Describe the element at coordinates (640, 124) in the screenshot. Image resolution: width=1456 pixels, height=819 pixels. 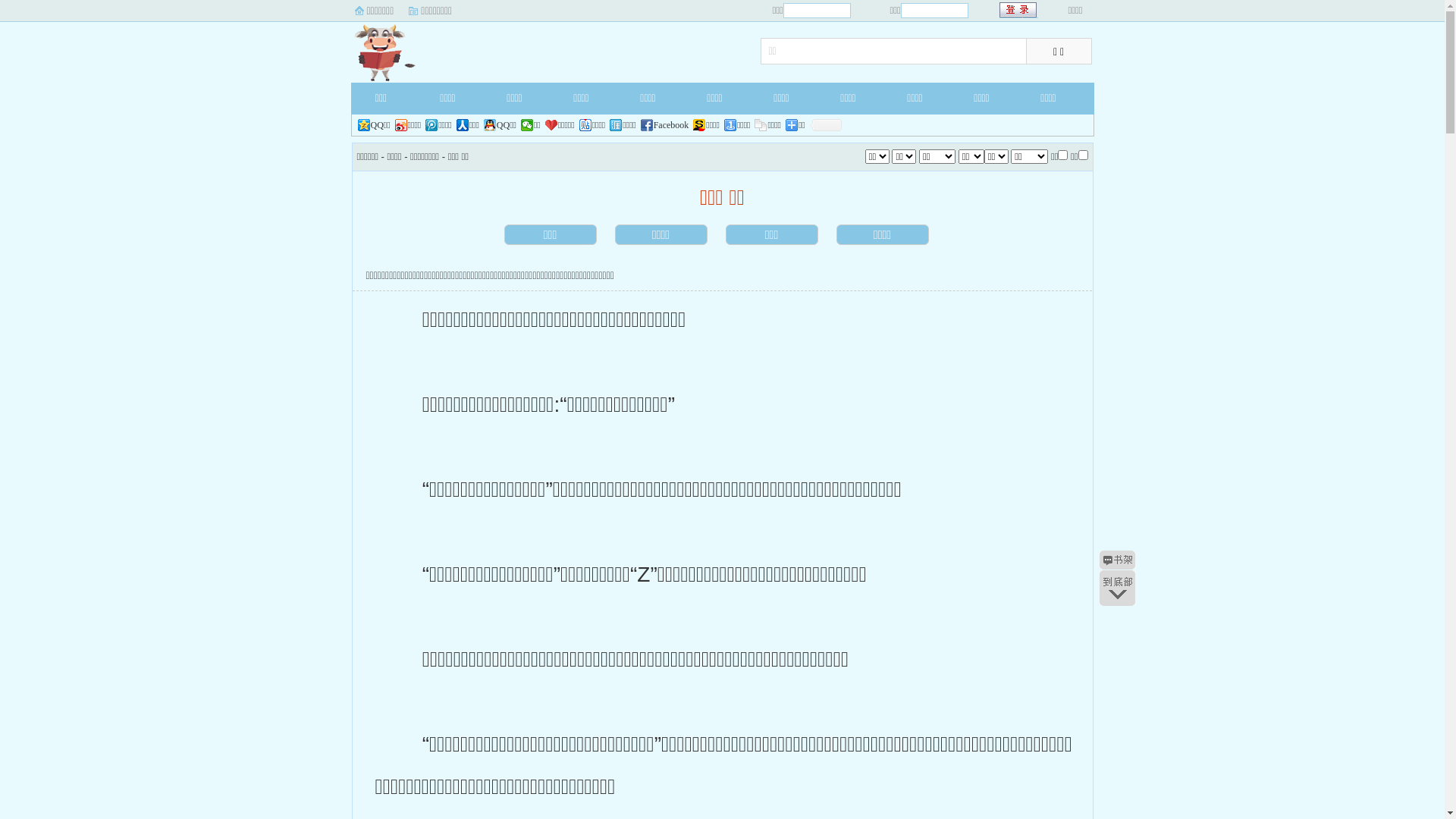
I see `'Facebook'` at that location.